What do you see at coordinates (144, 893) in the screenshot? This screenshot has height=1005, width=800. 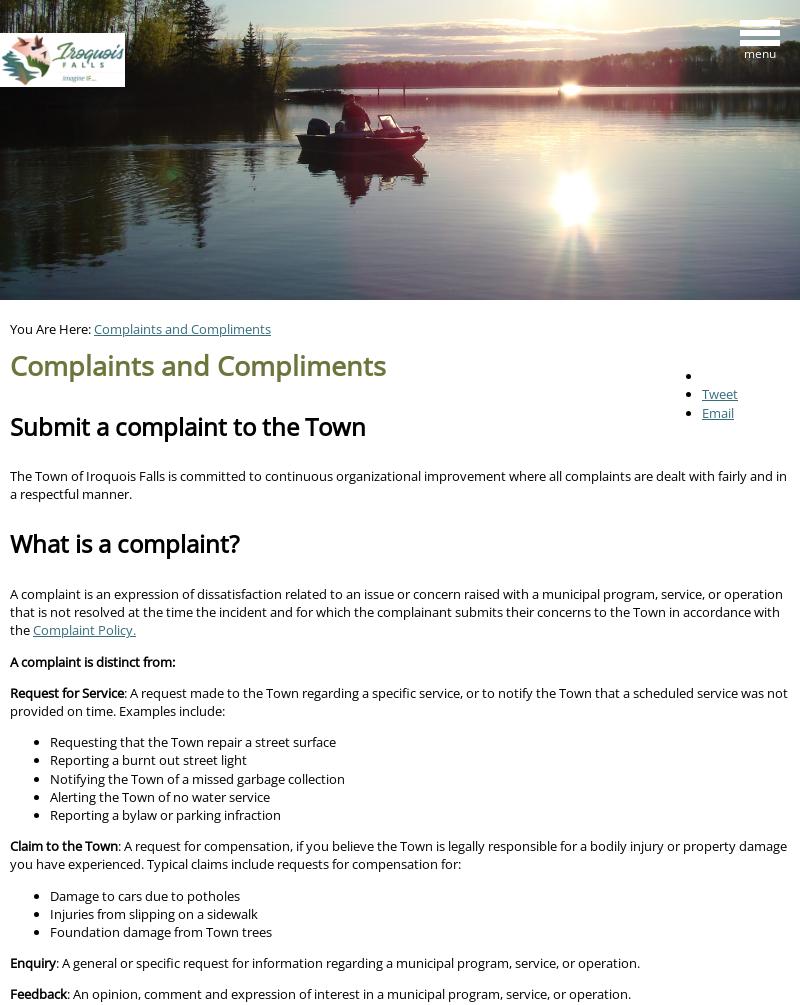 I see `'Damage to cars due to potholes'` at bounding box center [144, 893].